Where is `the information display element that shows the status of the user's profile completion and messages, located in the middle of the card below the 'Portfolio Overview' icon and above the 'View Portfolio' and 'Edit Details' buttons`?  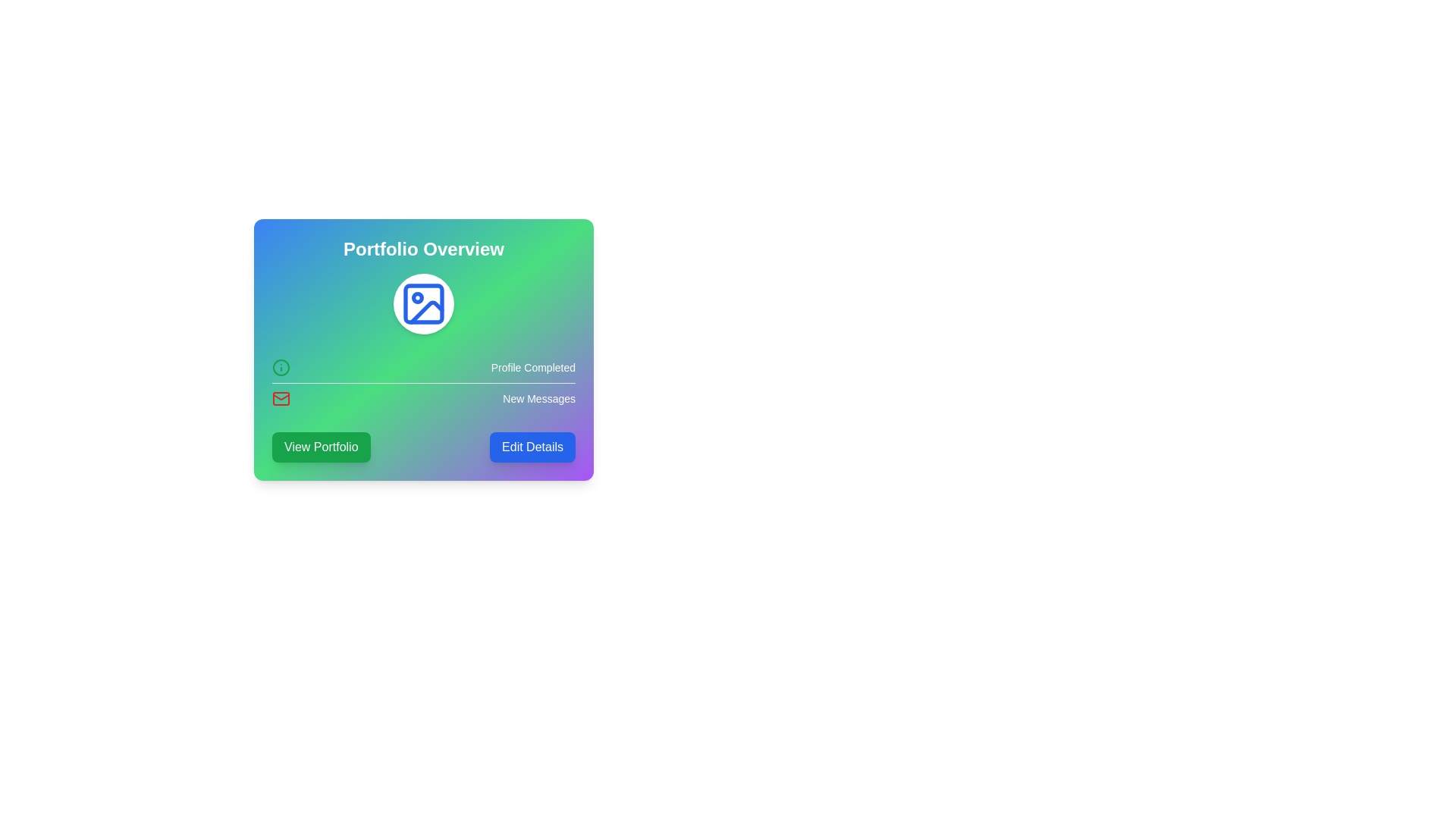 the information display element that shows the status of the user's profile completion and messages, located in the middle of the card below the 'Portfolio Overview' icon and above the 'View Portfolio' and 'Edit Details' buttons is located at coordinates (423, 382).